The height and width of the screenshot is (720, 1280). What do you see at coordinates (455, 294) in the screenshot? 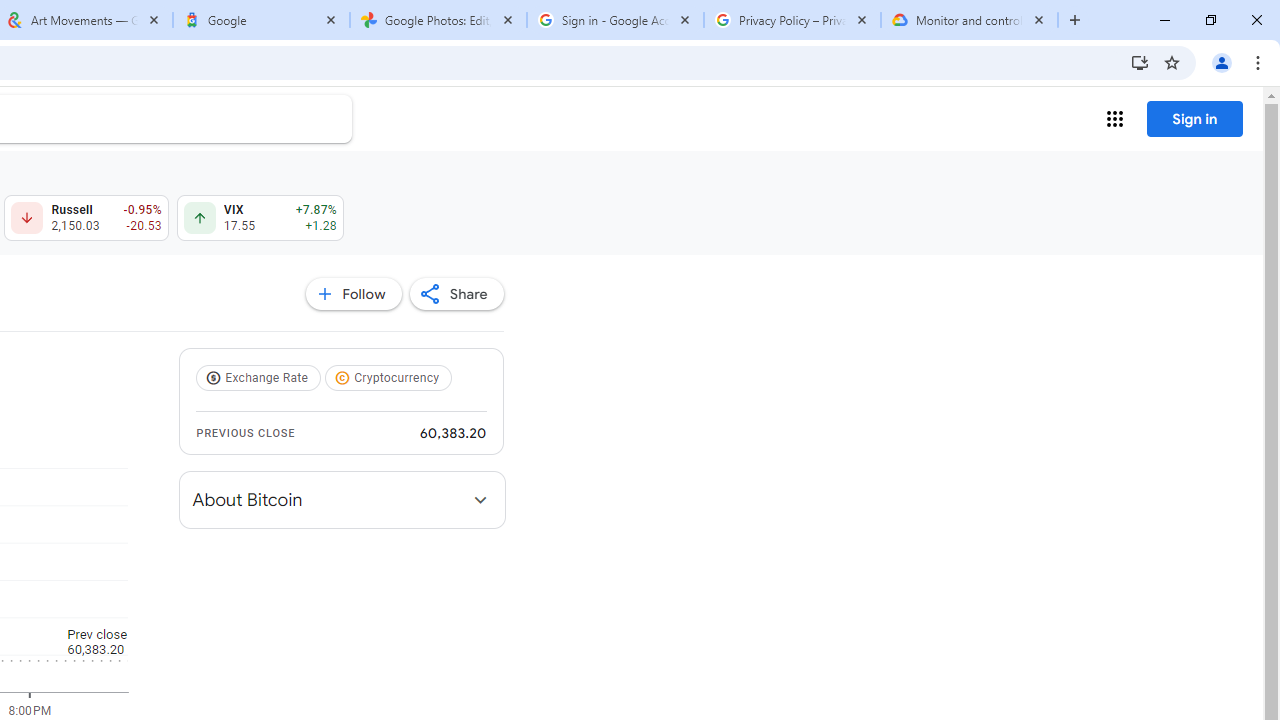
I see `'Share'` at bounding box center [455, 294].